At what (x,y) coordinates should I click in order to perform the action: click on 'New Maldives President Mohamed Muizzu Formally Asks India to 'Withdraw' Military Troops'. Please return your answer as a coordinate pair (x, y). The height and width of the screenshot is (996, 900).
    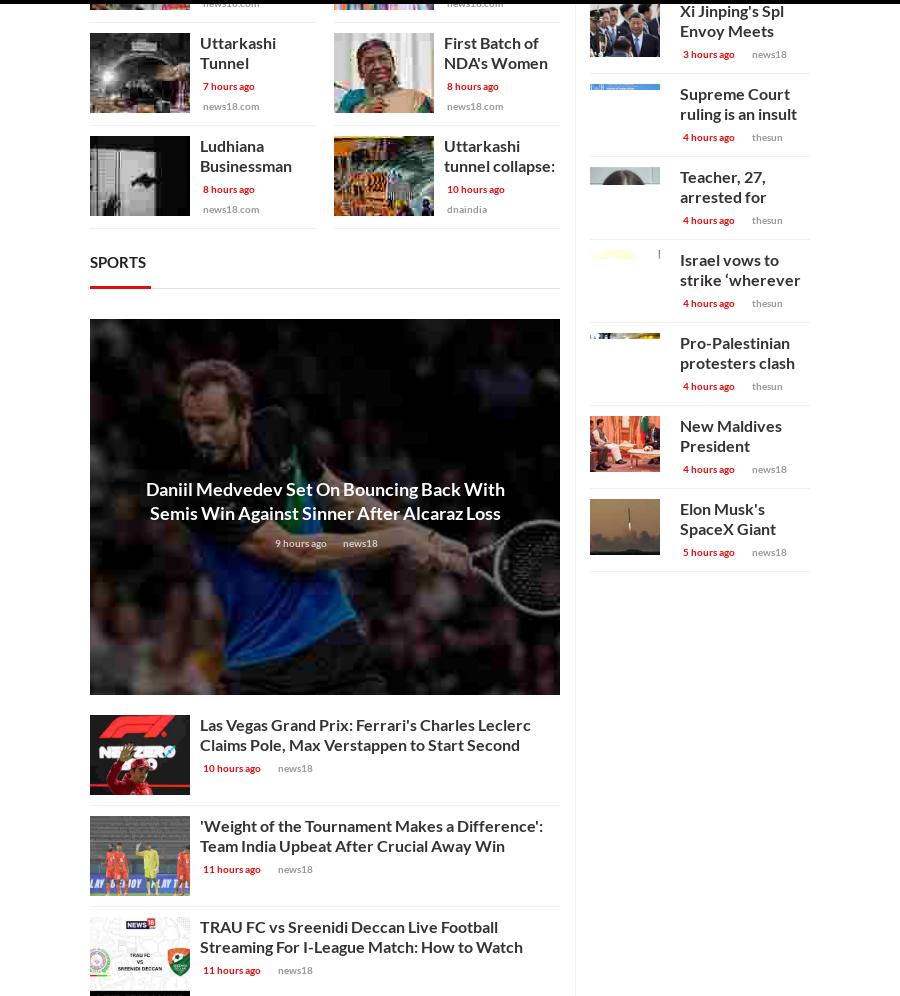
    Looking at the image, I should click on (743, 484).